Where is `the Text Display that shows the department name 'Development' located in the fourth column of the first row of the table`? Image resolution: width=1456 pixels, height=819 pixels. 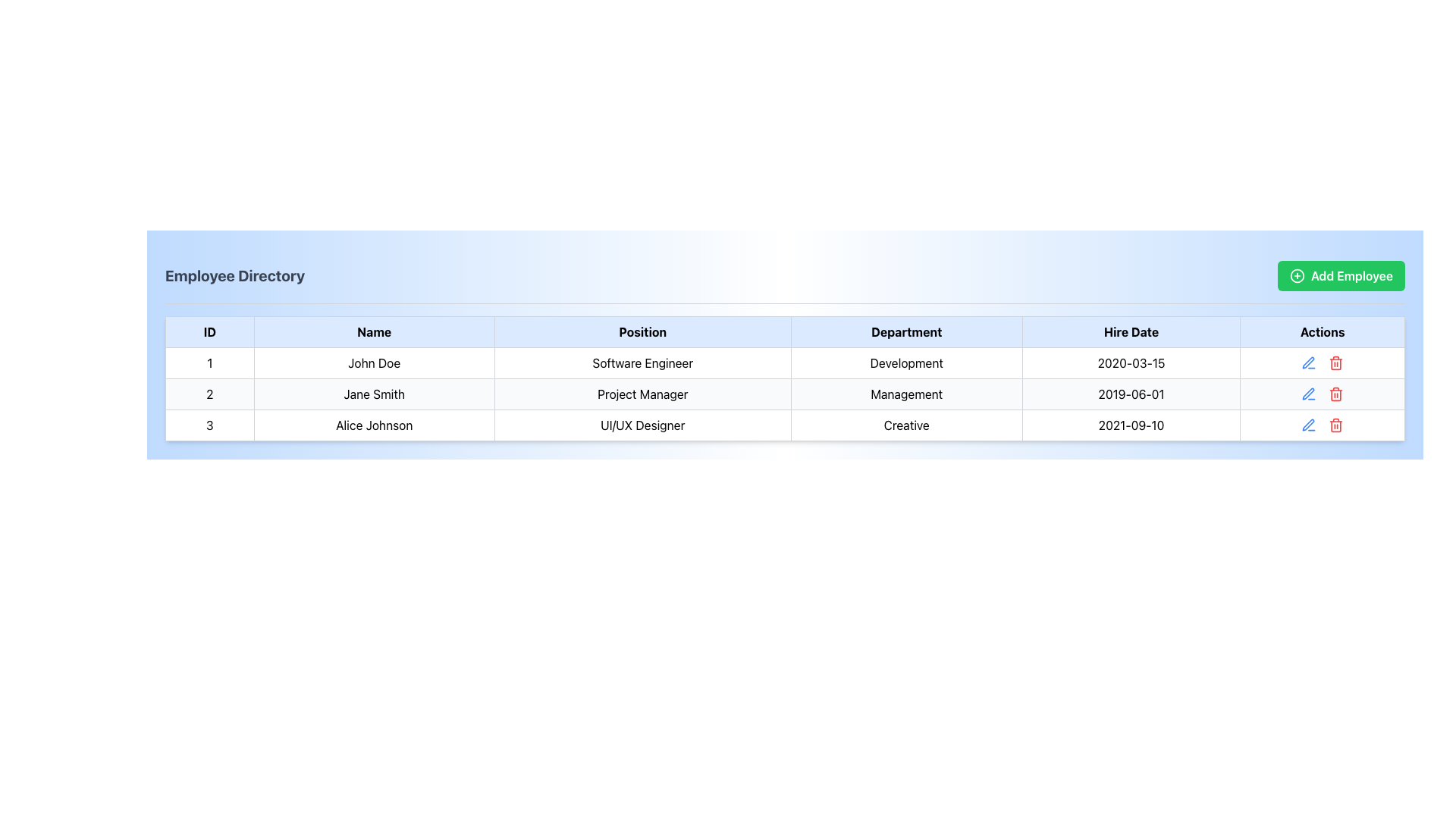
the Text Display that shows the department name 'Development' located in the fourth column of the first row of the table is located at coordinates (906, 362).